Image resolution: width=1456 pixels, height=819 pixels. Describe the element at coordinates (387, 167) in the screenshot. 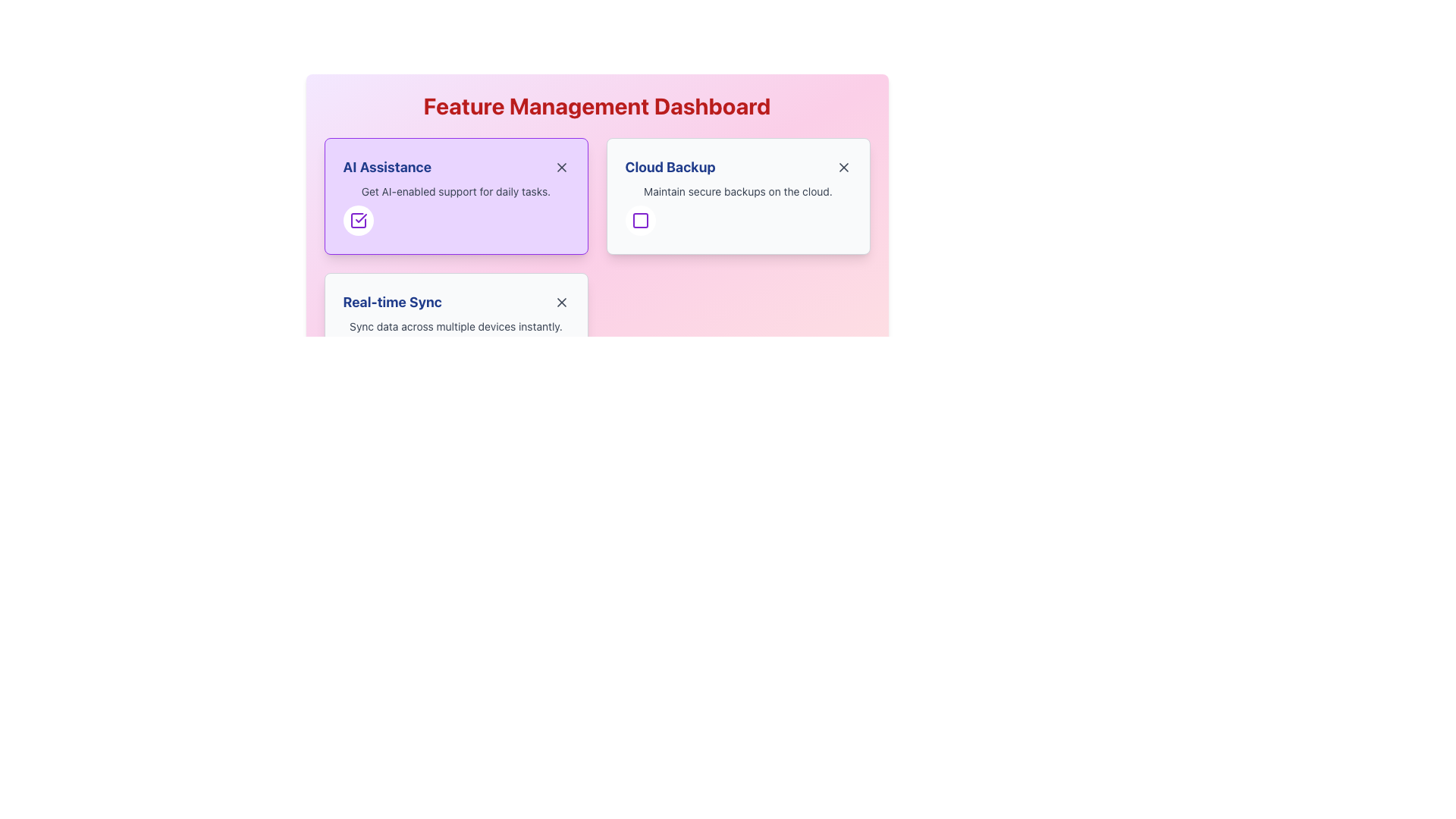

I see `the bold text label displaying 'AI Assistance', which is styled with a large font size and blue color, located prominently within a colored rectangular card in the top-left section of the grid layout` at that location.